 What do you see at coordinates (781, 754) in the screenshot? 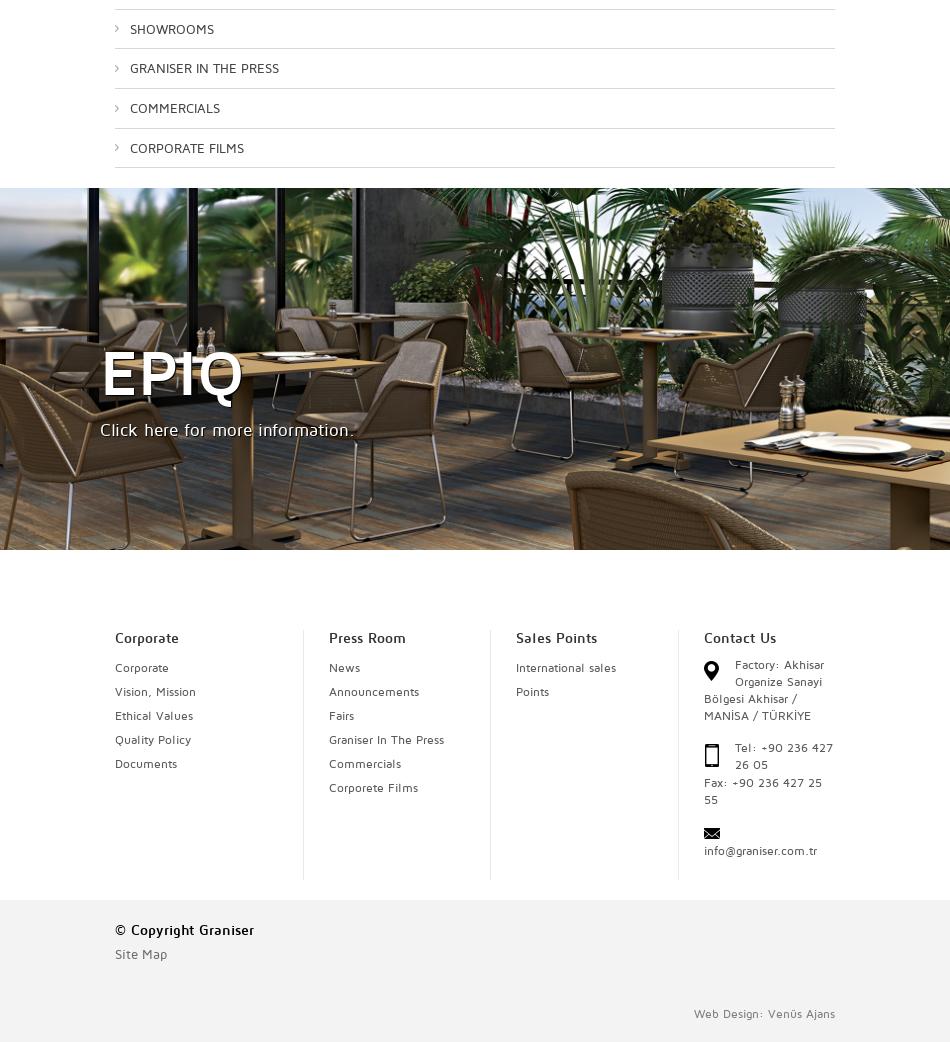
I see `'Tel: +90 236 427 26 05'` at bounding box center [781, 754].